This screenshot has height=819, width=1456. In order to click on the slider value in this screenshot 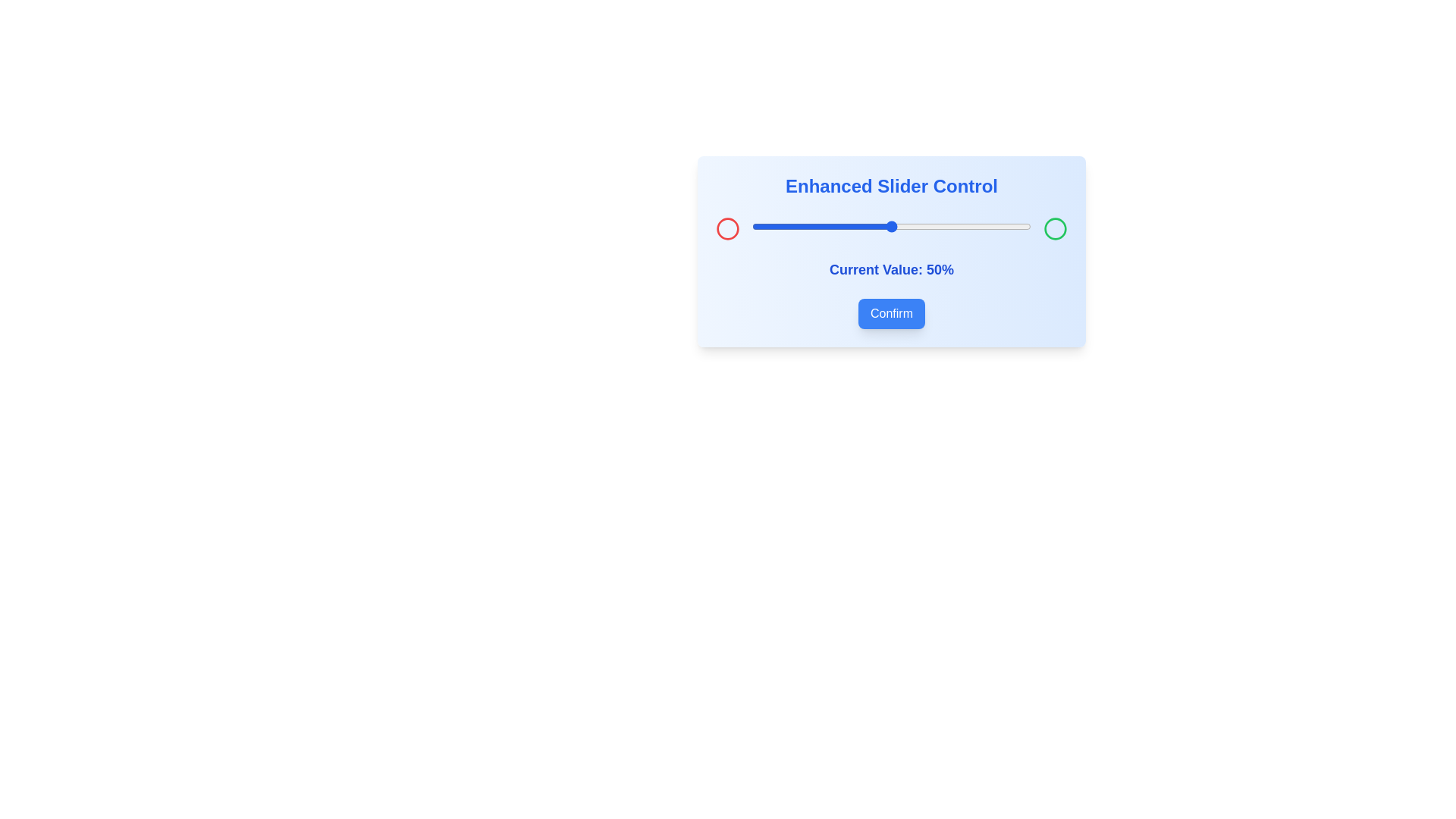, I will do `click(864, 227)`.